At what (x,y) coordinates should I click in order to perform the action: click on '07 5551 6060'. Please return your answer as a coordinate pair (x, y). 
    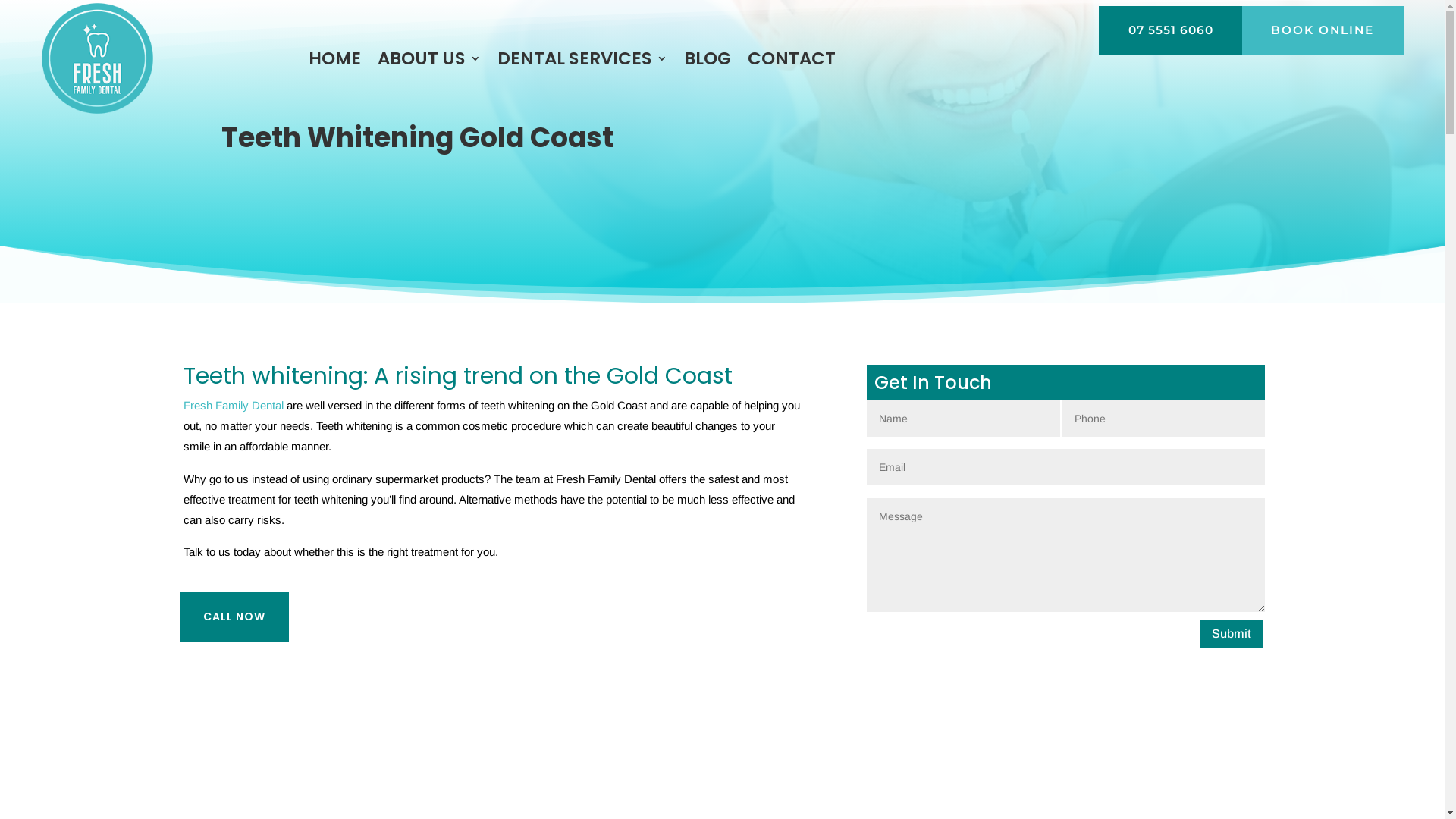
    Looking at the image, I should click on (1169, 30).